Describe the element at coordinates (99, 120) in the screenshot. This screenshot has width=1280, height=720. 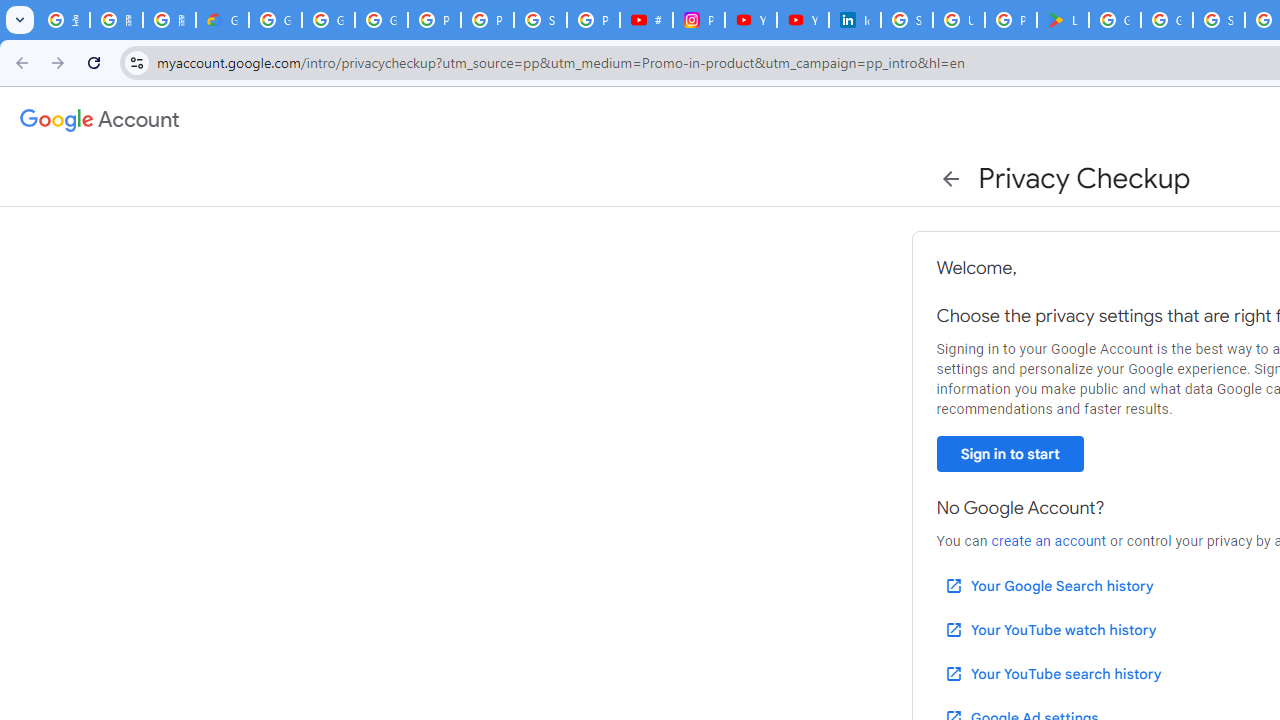
I see `'Google Account settings'` at that location.